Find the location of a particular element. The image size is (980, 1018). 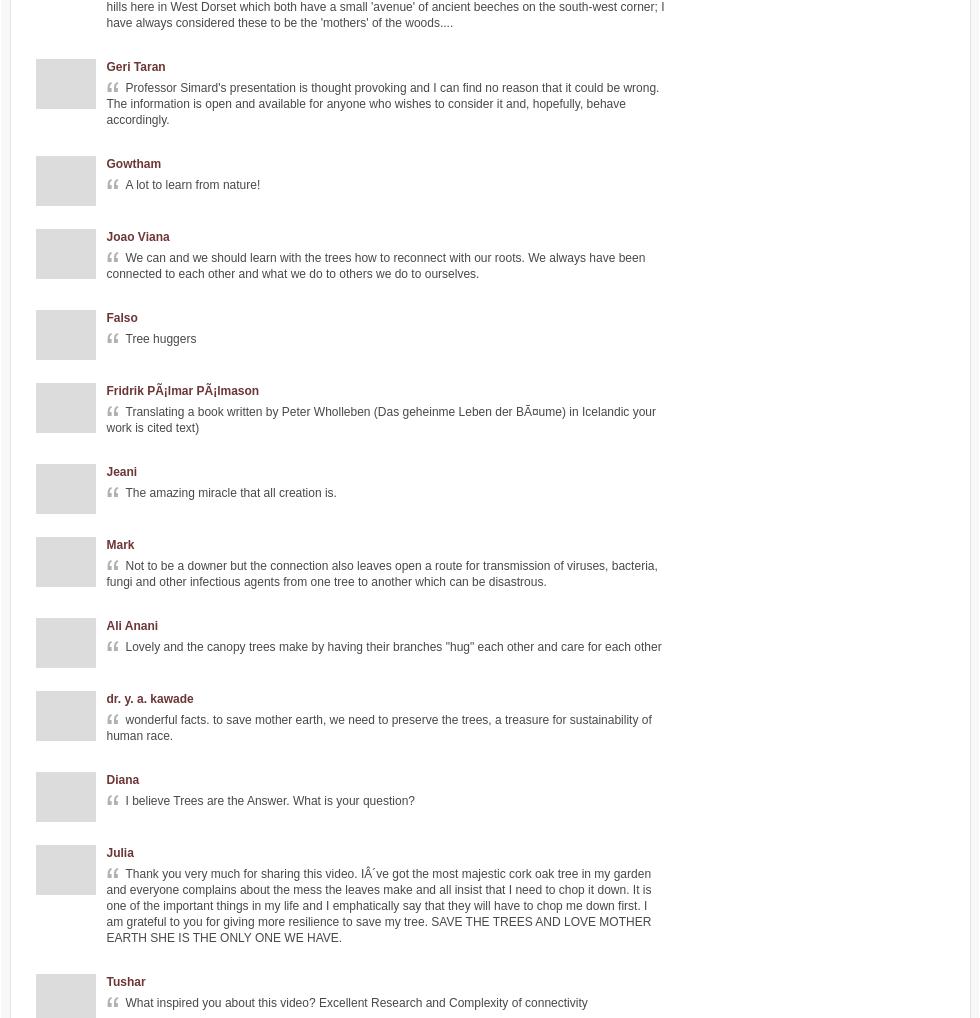

'Michele Perez' is located at coordinates (750, 273).